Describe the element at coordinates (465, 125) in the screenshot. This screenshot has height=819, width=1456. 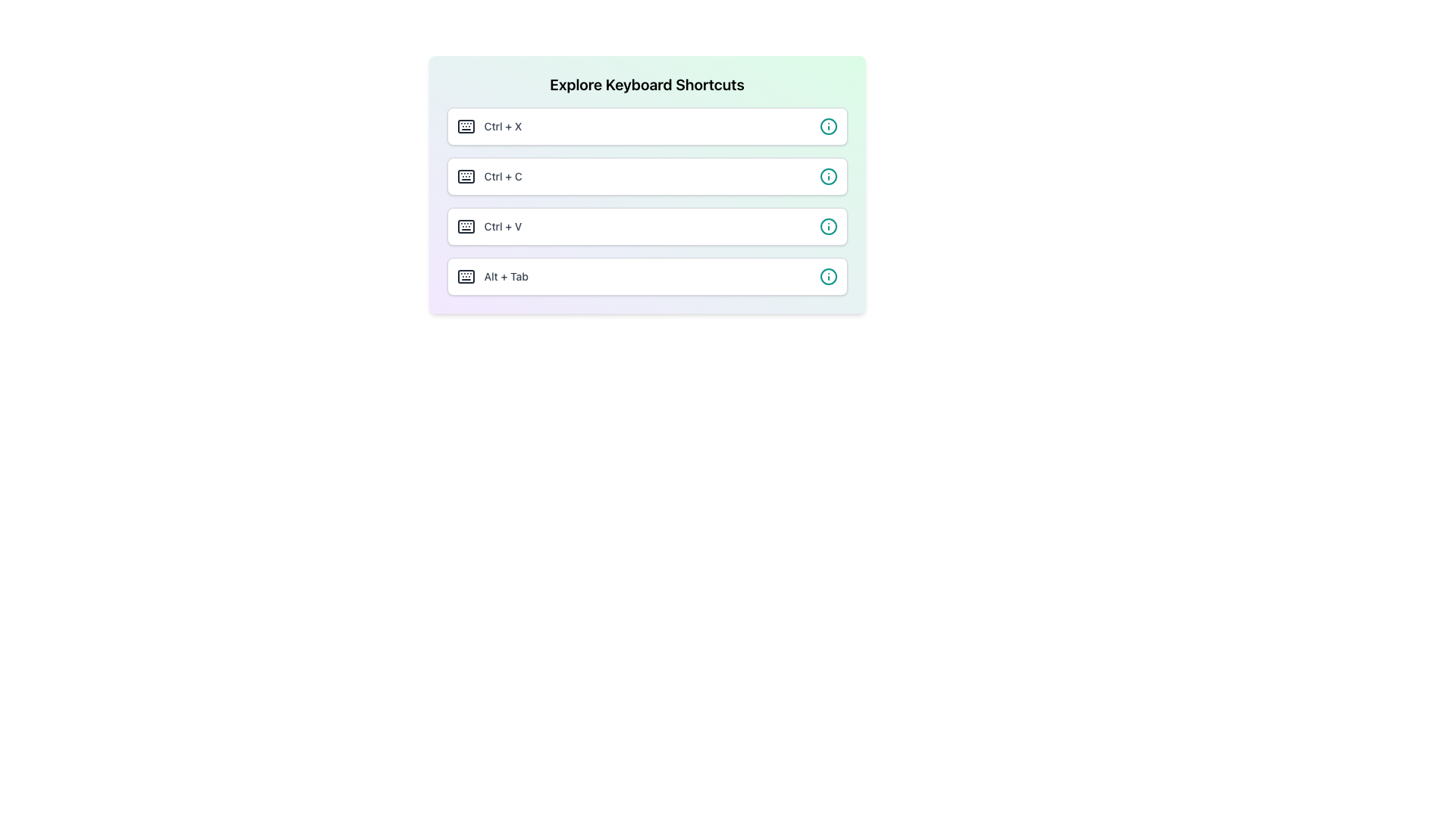
I see `the associated keyboard shortcut` at that location.